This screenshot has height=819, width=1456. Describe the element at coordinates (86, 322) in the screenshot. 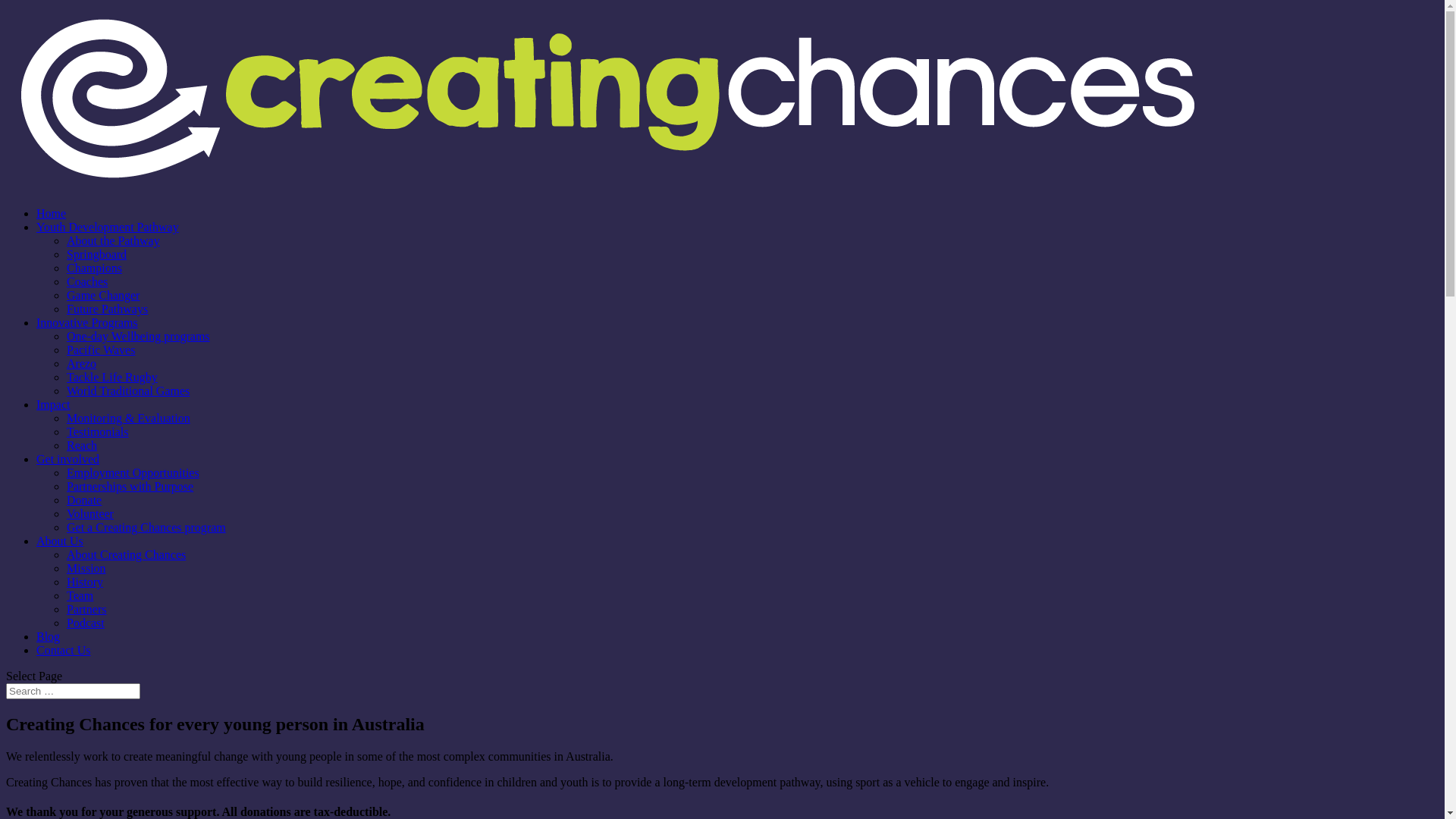

I see `'Innovative Programs'` at that location.